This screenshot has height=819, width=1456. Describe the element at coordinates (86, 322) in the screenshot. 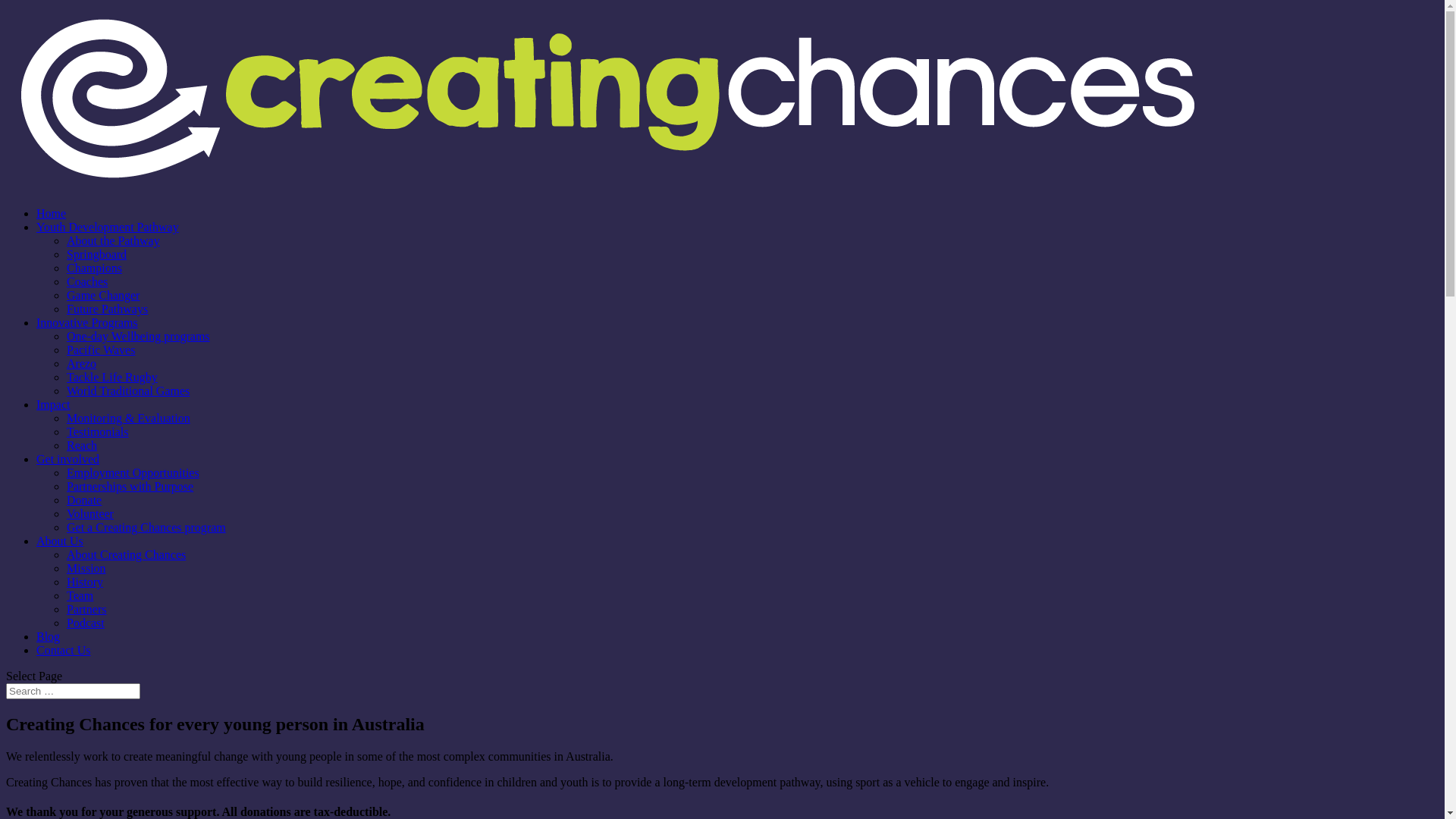

I see `'Innovative Programs'` at that location.